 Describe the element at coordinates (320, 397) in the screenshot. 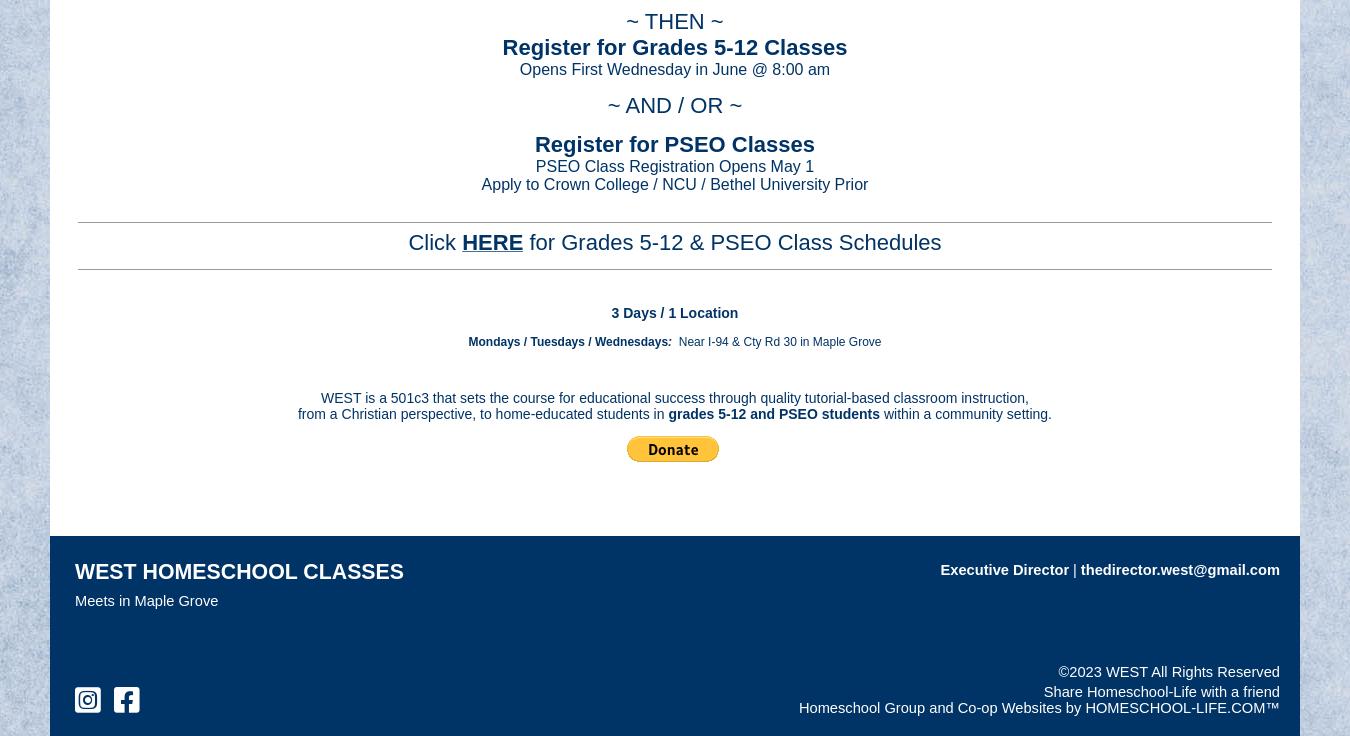

I see `'WEST is a 501c3 that sets the course for educational success through quality tutorial-based classroom instruction,'` at that location.